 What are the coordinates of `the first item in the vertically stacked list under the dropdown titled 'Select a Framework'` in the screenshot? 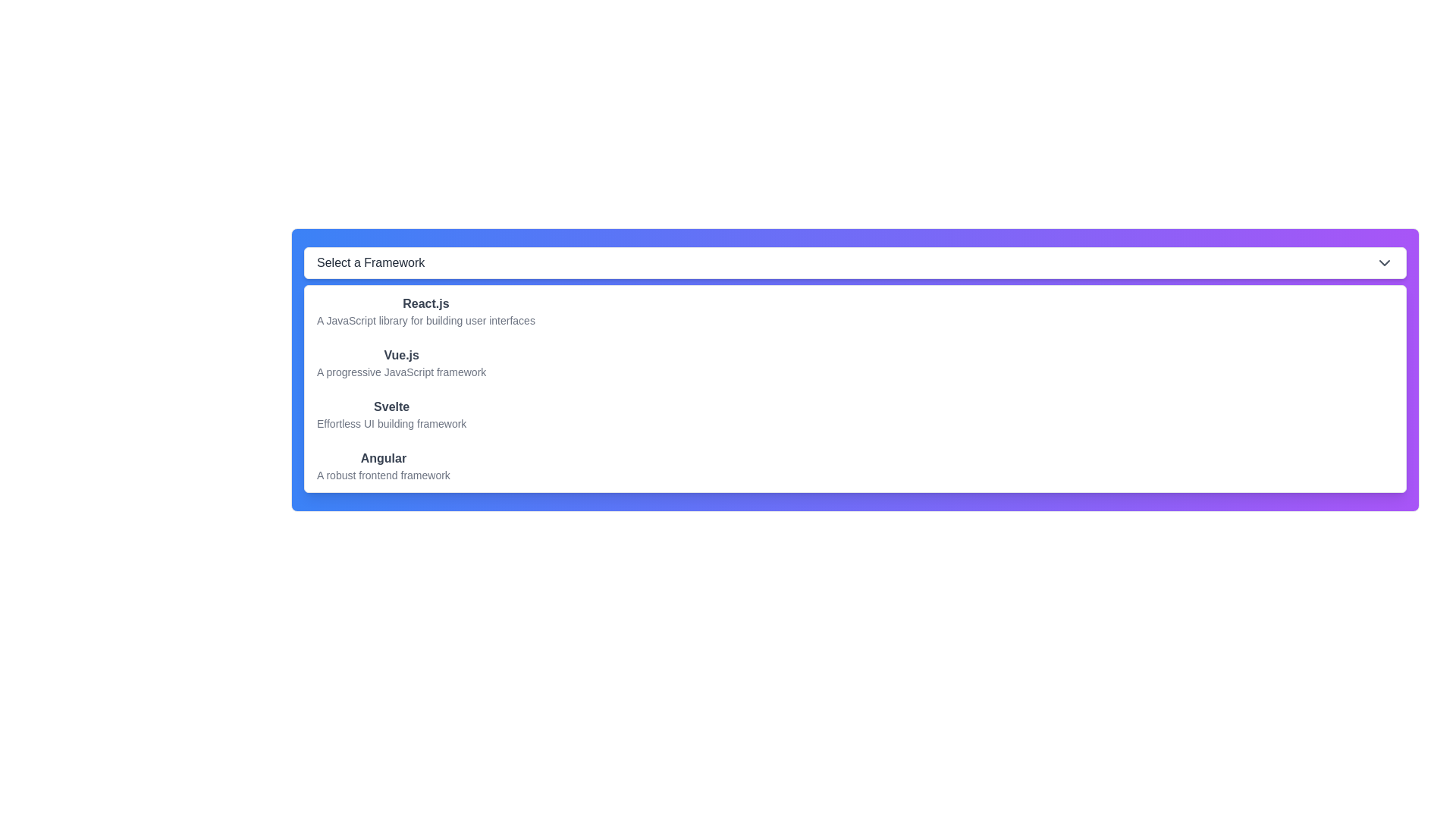 It's located at (425, 311).